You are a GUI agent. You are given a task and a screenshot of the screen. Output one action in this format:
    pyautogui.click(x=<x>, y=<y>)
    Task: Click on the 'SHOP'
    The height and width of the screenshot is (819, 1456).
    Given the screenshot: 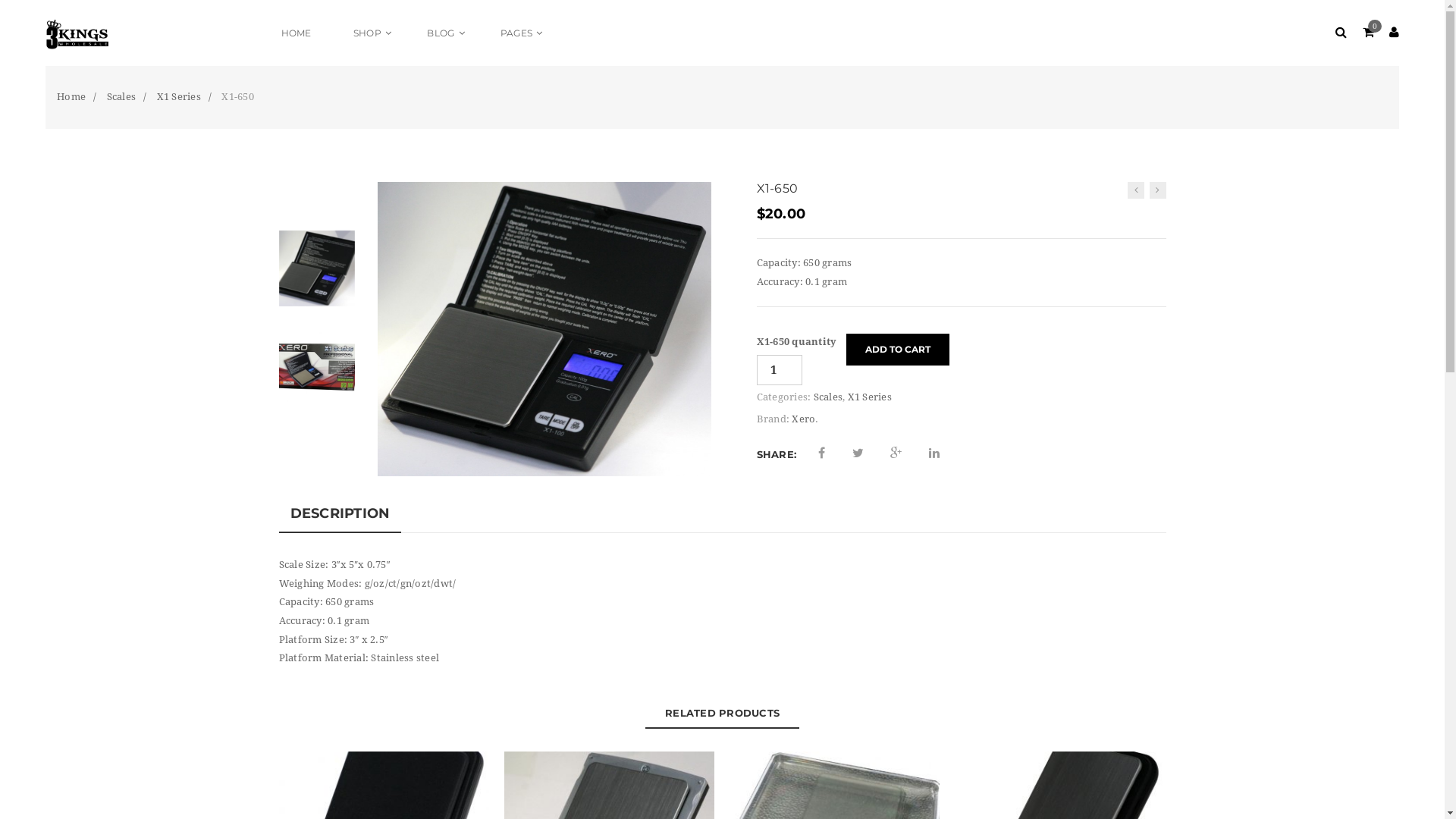 What is the action you would take?
    pyautogui.click(x=333, y=33)
    